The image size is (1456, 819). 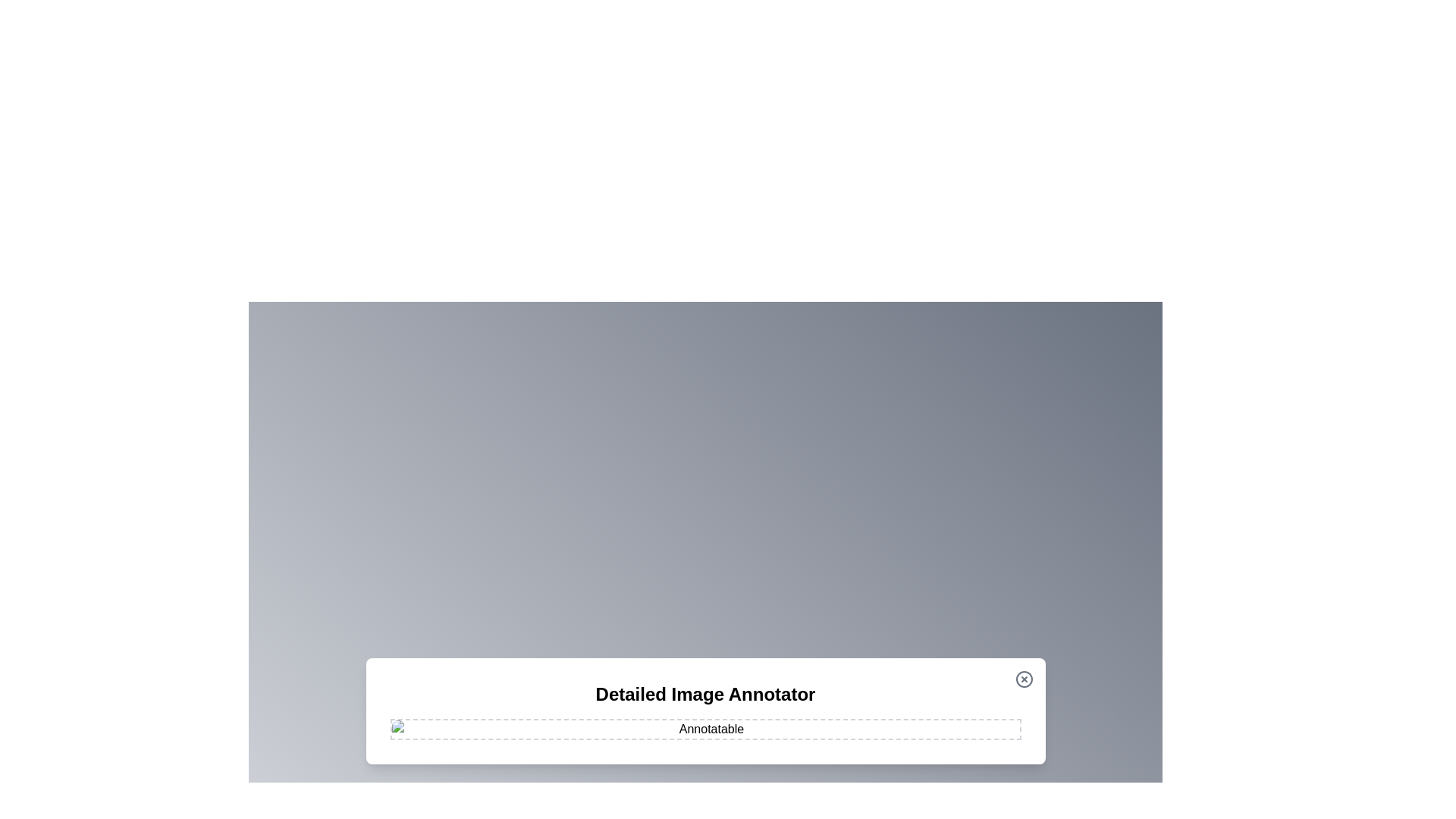 I want to click on the image at coordinates (1147, 950) to add an annotation, so click(x=870, y=719).